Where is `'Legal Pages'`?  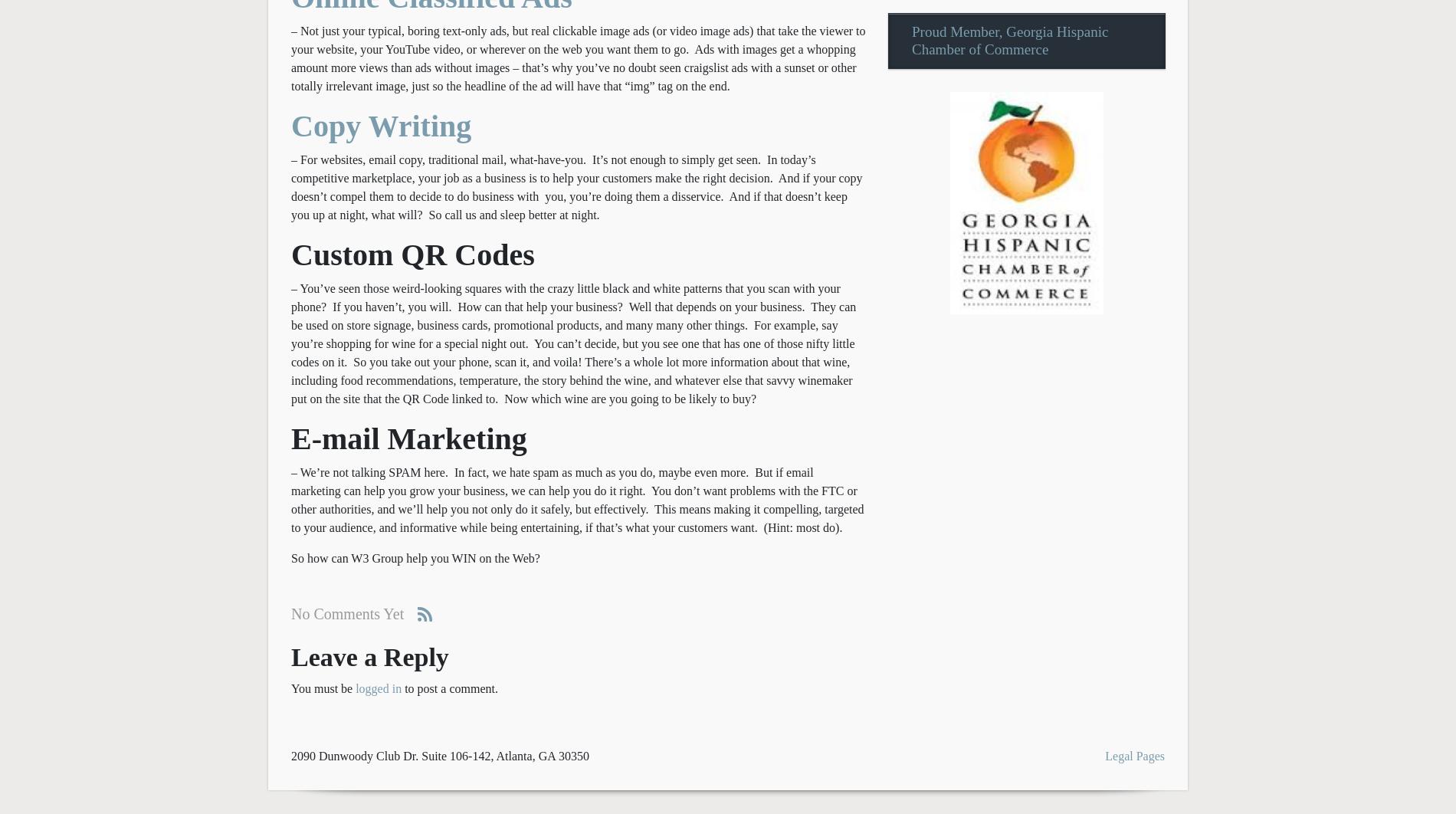
'Legal Pages' is located at coordinates (1104, 755).